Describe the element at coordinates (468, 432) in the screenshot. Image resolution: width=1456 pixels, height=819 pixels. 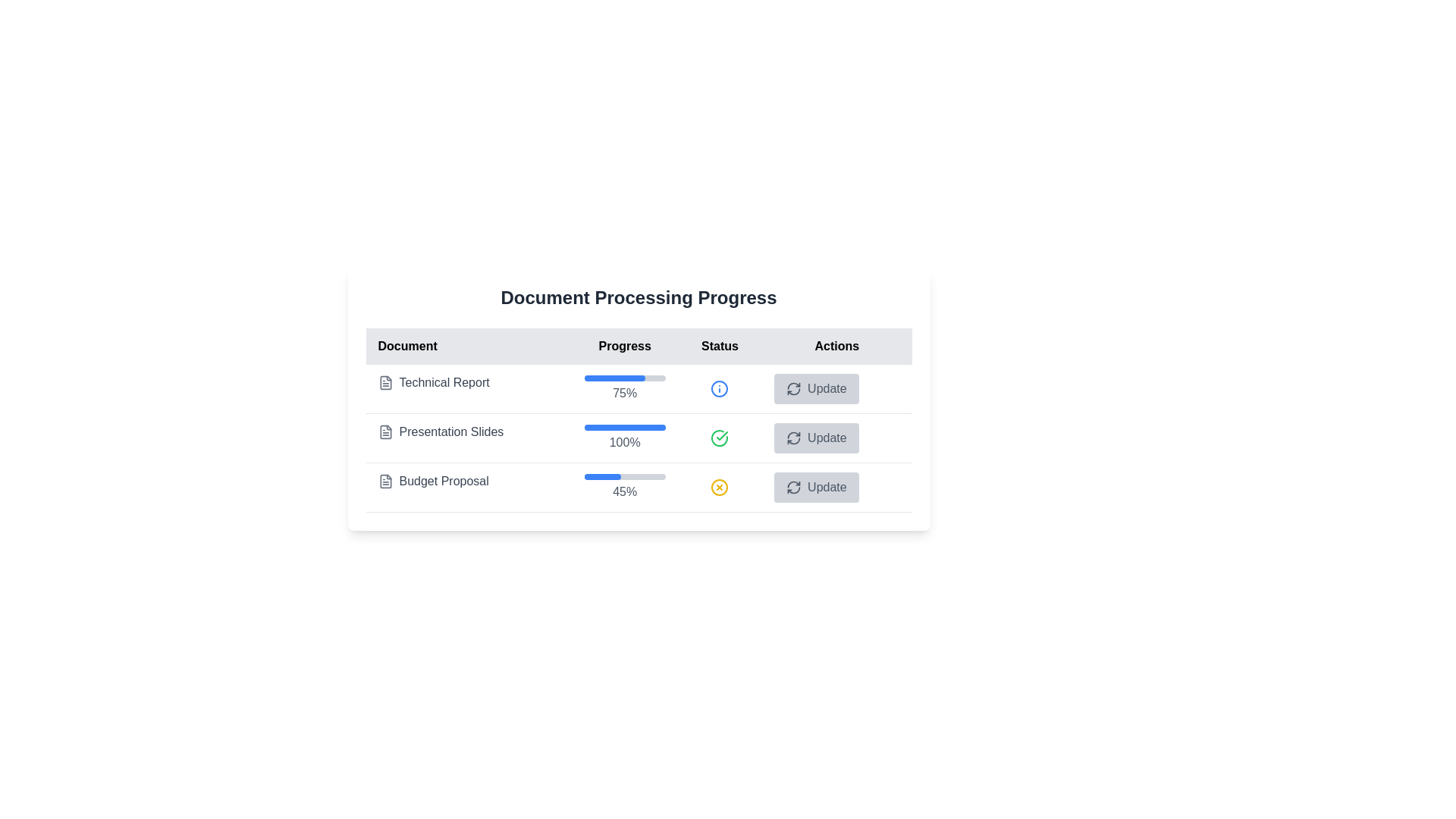
I see `the label representing the document item named 'Presentation Slides' located in the second row of the Document column in a tabular layout` at that location.